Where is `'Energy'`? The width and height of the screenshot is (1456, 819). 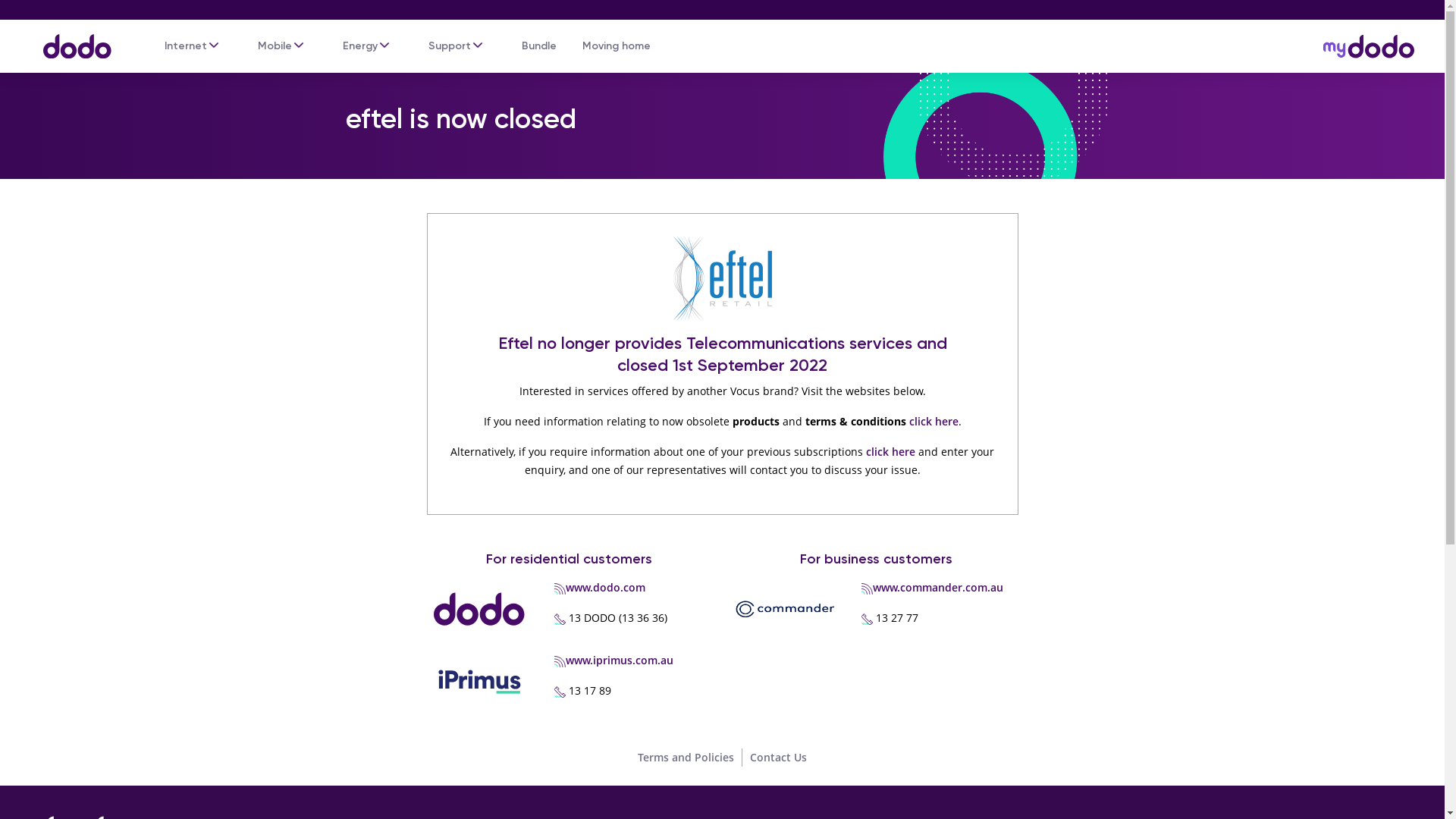 'Energy' is located at coordinates (359, 45).